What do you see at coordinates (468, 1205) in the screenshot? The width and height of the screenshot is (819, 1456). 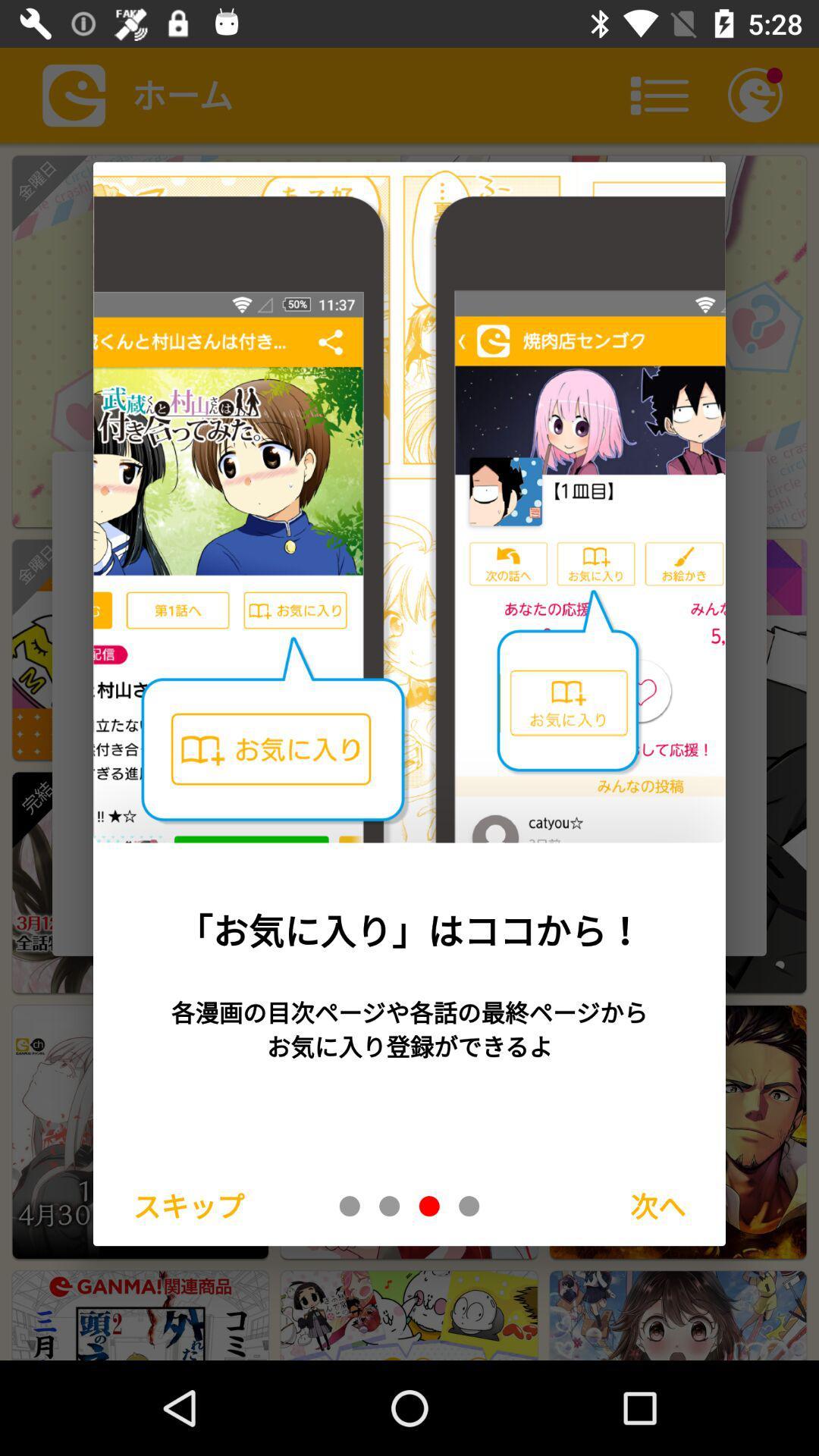 I see `go next` at bounding box center [468, 1205].